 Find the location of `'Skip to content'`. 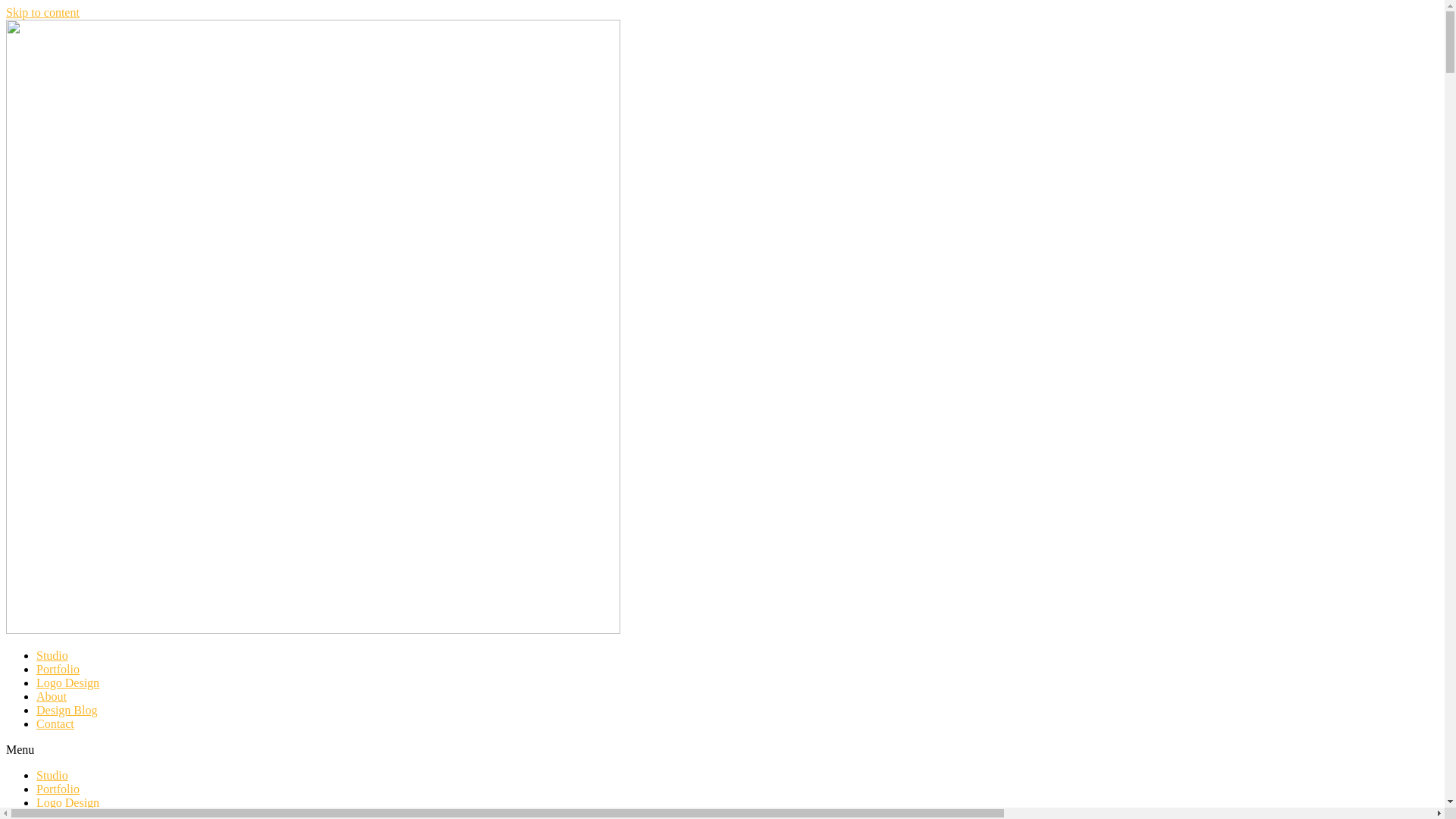

'Skip to content' is located at coordinates (42, 12).